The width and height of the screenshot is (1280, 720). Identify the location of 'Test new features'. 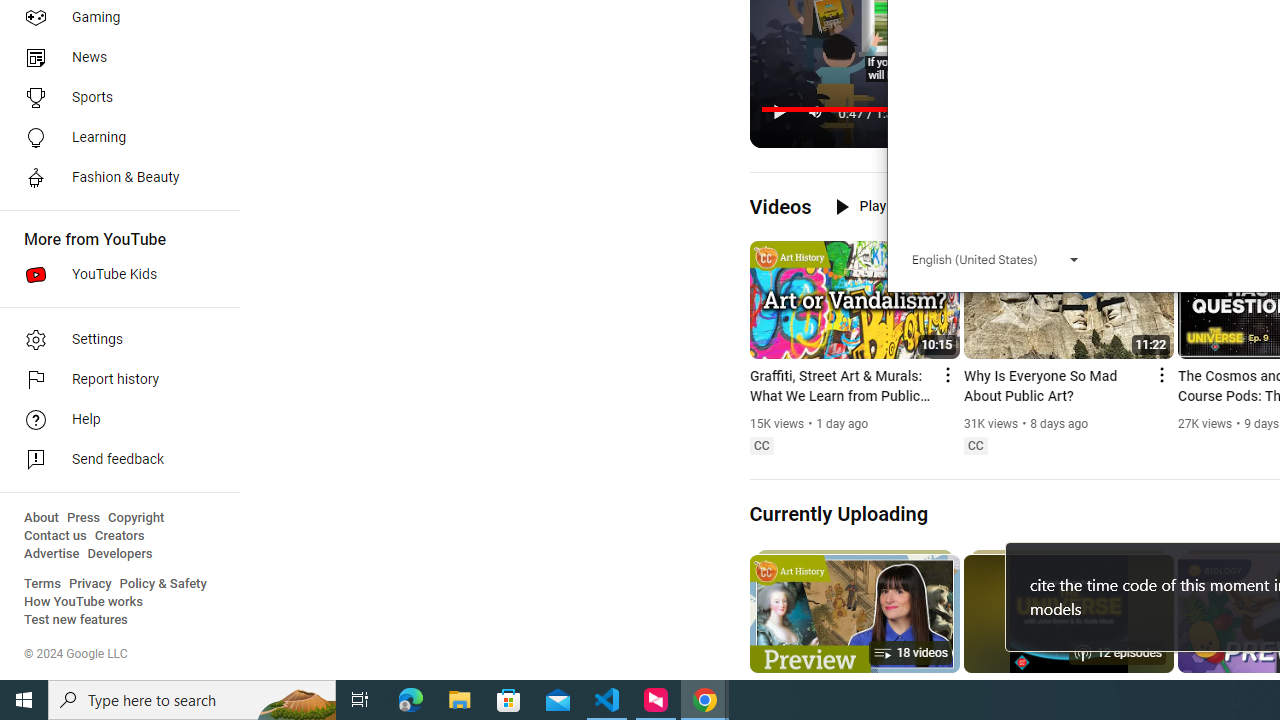
(76, 619).